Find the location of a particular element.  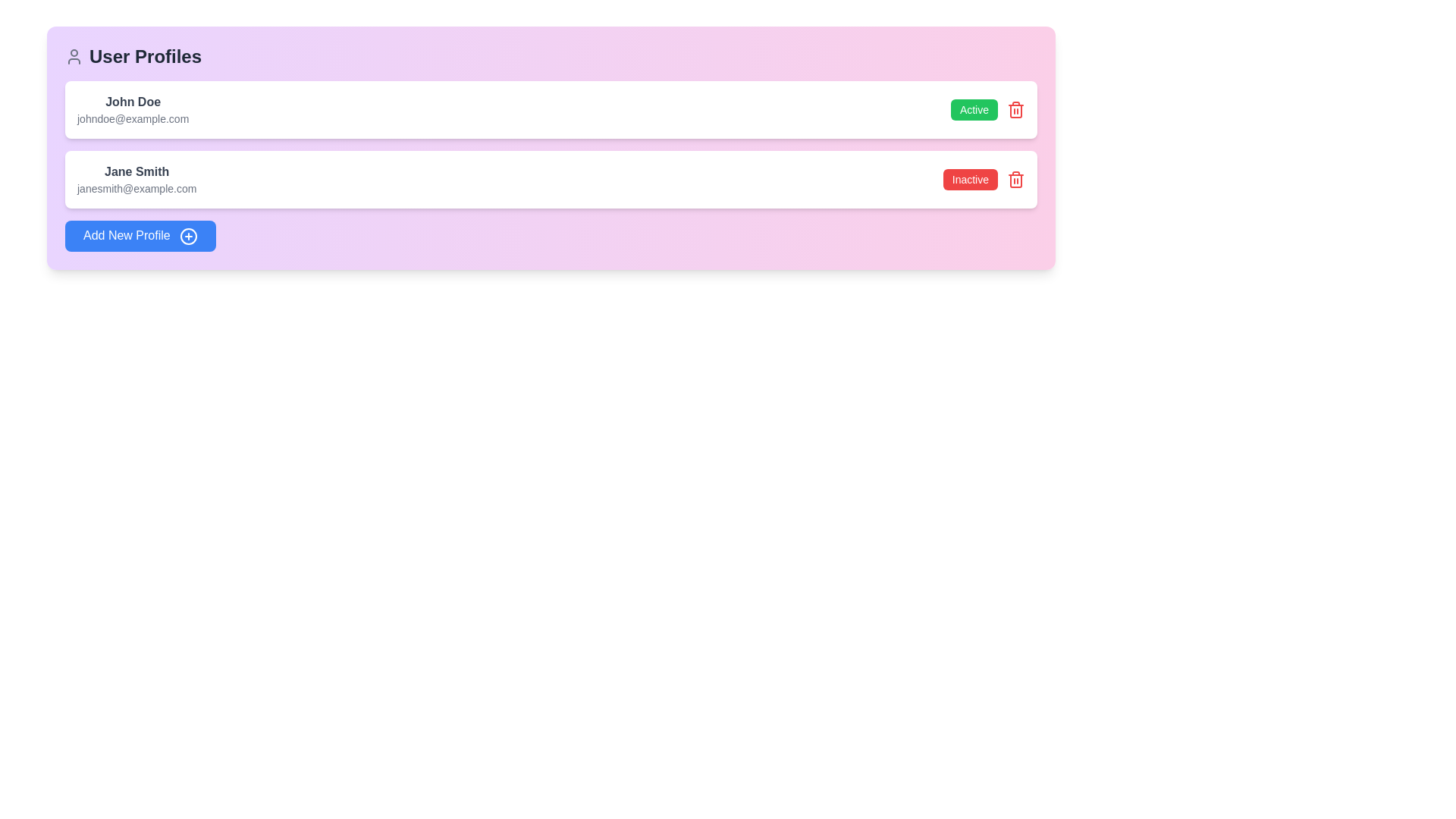

the Status label indicating the active status of the user profile for 'John Doe', located to the right of the trash icon and below 'User Profiles' is located at coordinates (987, 109).